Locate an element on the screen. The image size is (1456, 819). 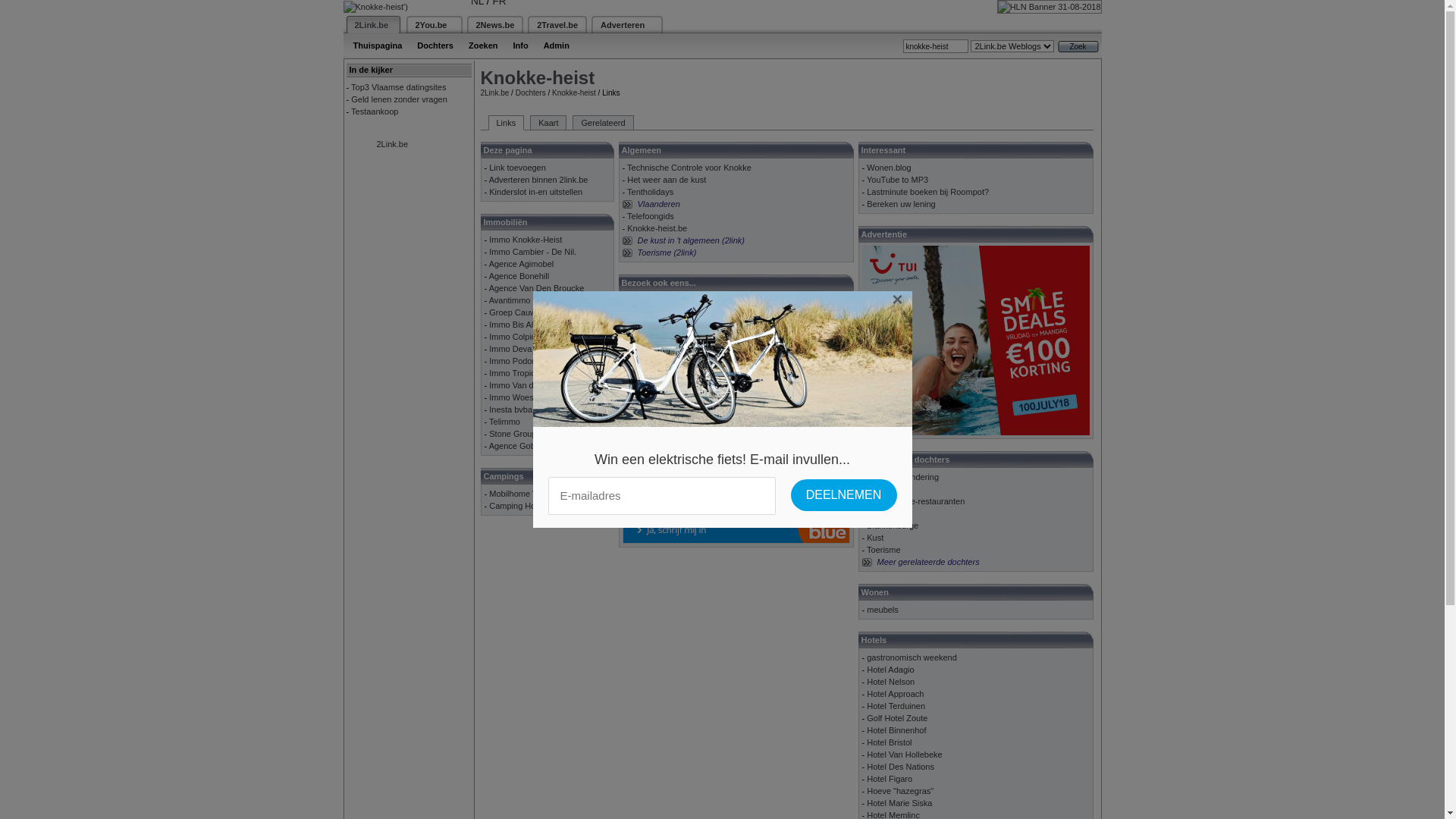
'Immo Cambier - De Nil.' is located at coordinates (532, 250).